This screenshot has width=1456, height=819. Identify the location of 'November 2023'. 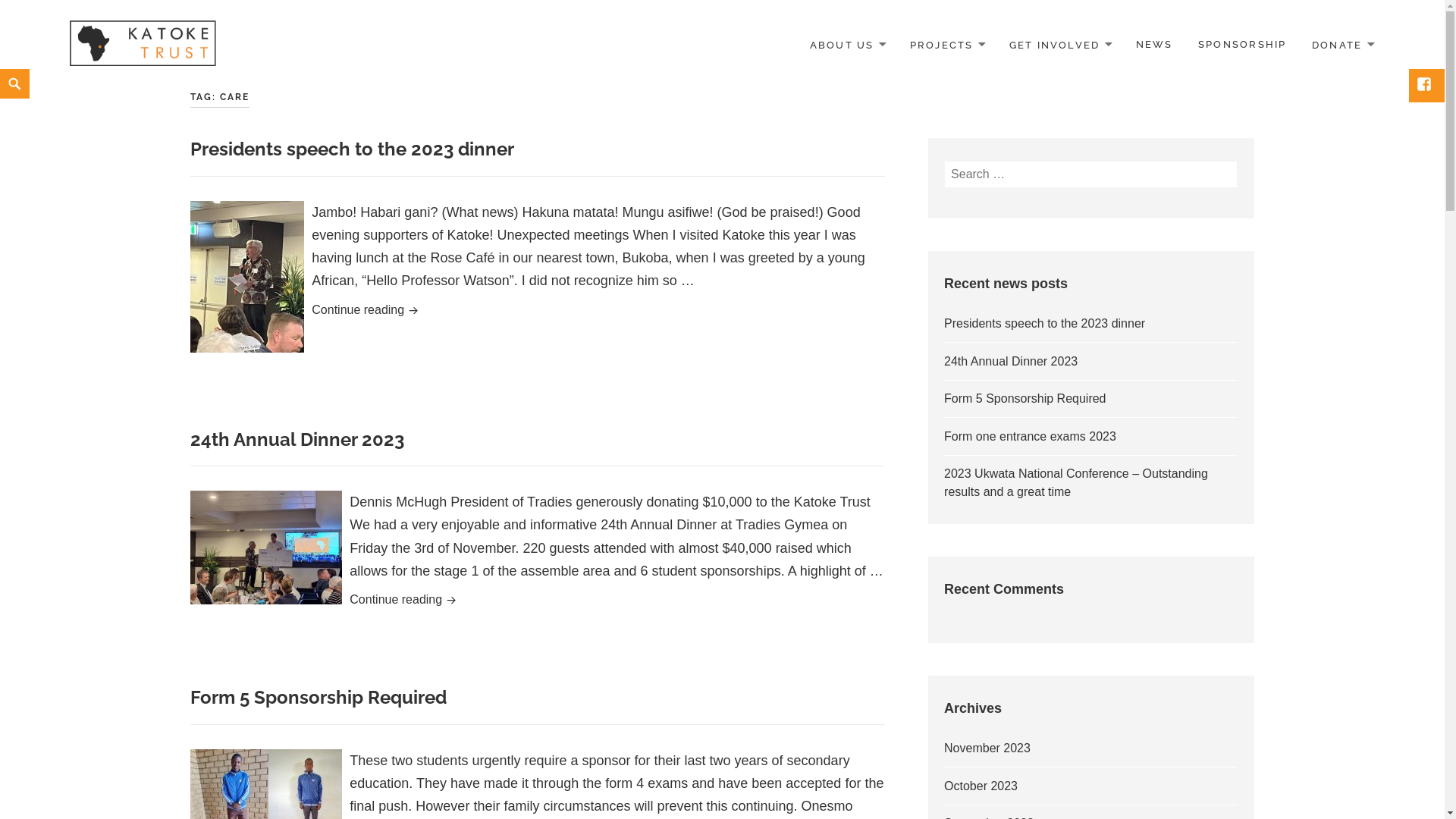
(987, 747).